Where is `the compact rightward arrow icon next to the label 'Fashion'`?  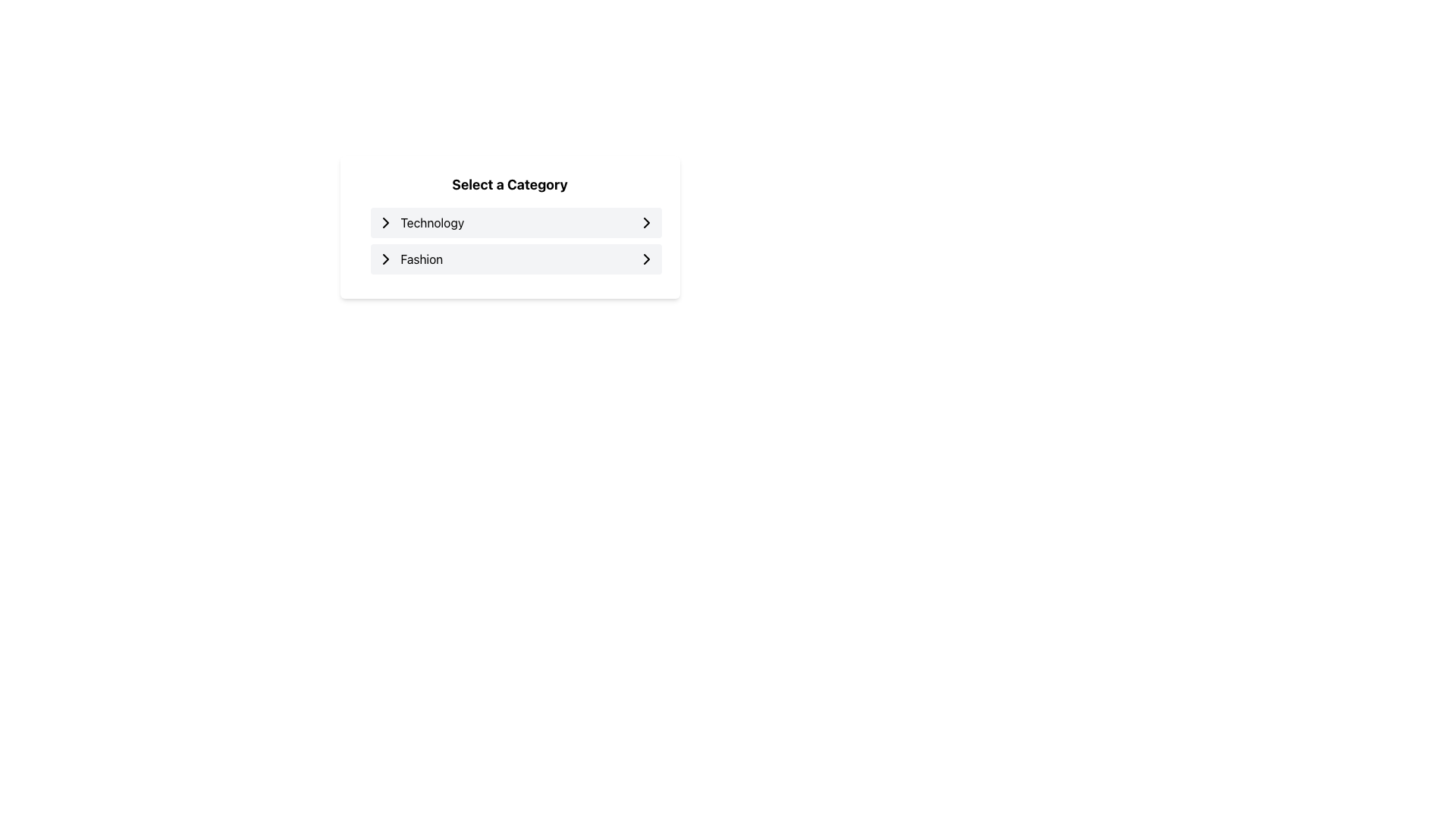 the compact rightward arrow icon next to the label 'Fashion' is located at coordinates (385, 259).